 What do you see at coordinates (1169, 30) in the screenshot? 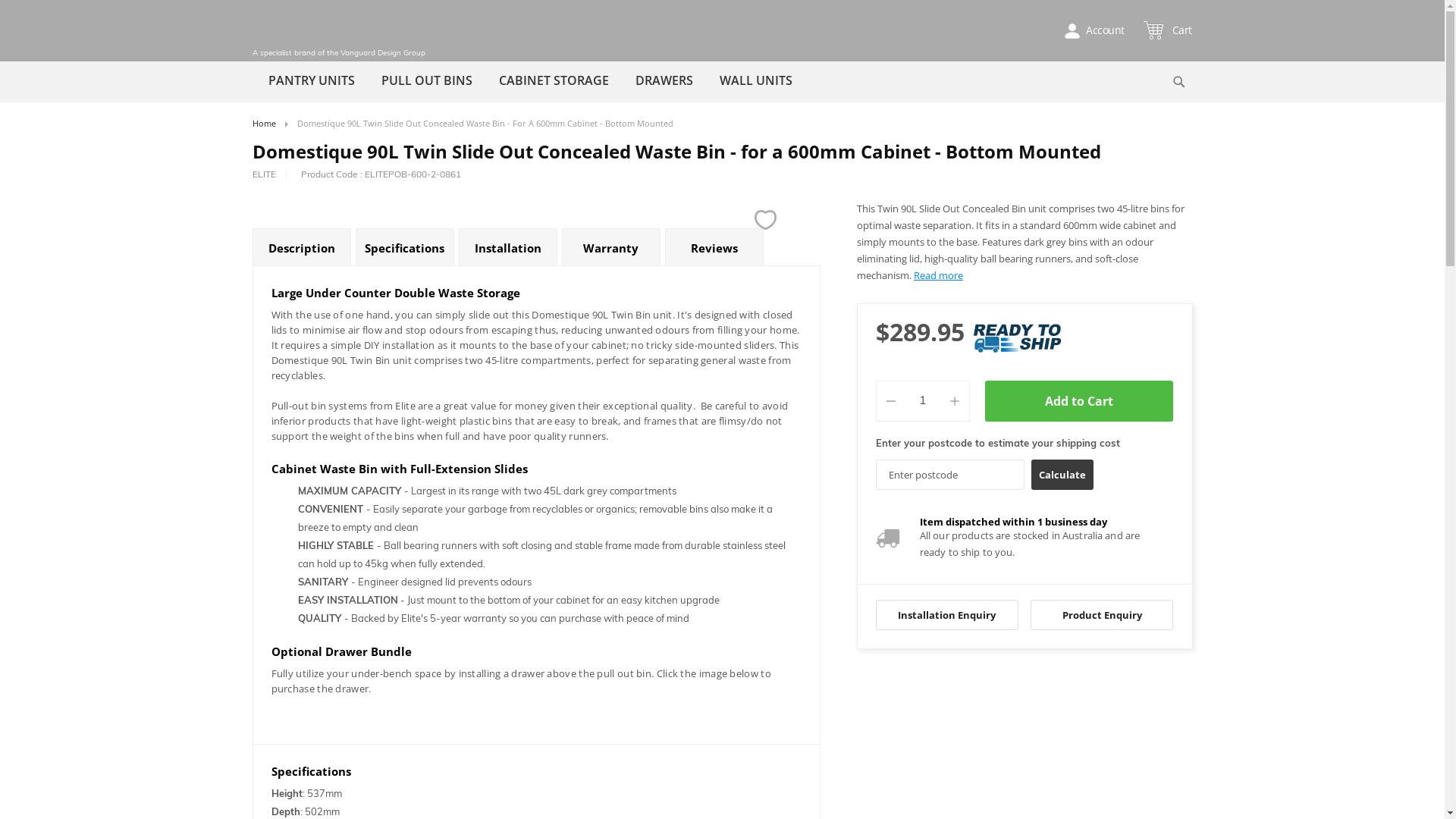
I see `'Cart'` at bounding box center [1169, 30].